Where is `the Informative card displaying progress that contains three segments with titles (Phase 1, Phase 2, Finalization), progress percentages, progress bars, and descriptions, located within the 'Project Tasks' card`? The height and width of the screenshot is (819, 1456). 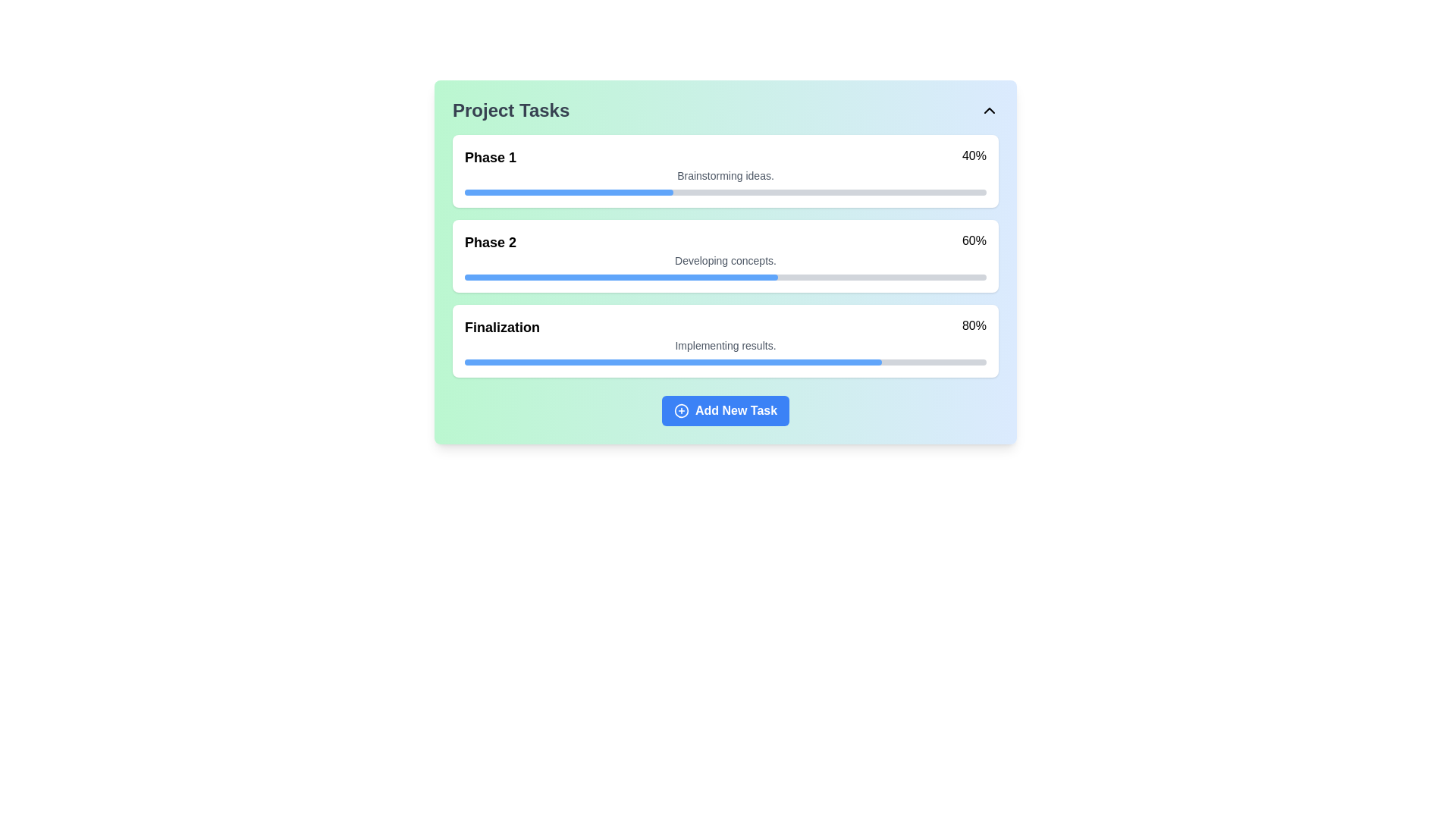
the Informative card displaying progress that contains three segments with titles (Phase 1, Phase 2, Finalization), progress percentages, progress bars, and descriptions, located within the 'Project Tasks' card is located at coordinates (724, 256).